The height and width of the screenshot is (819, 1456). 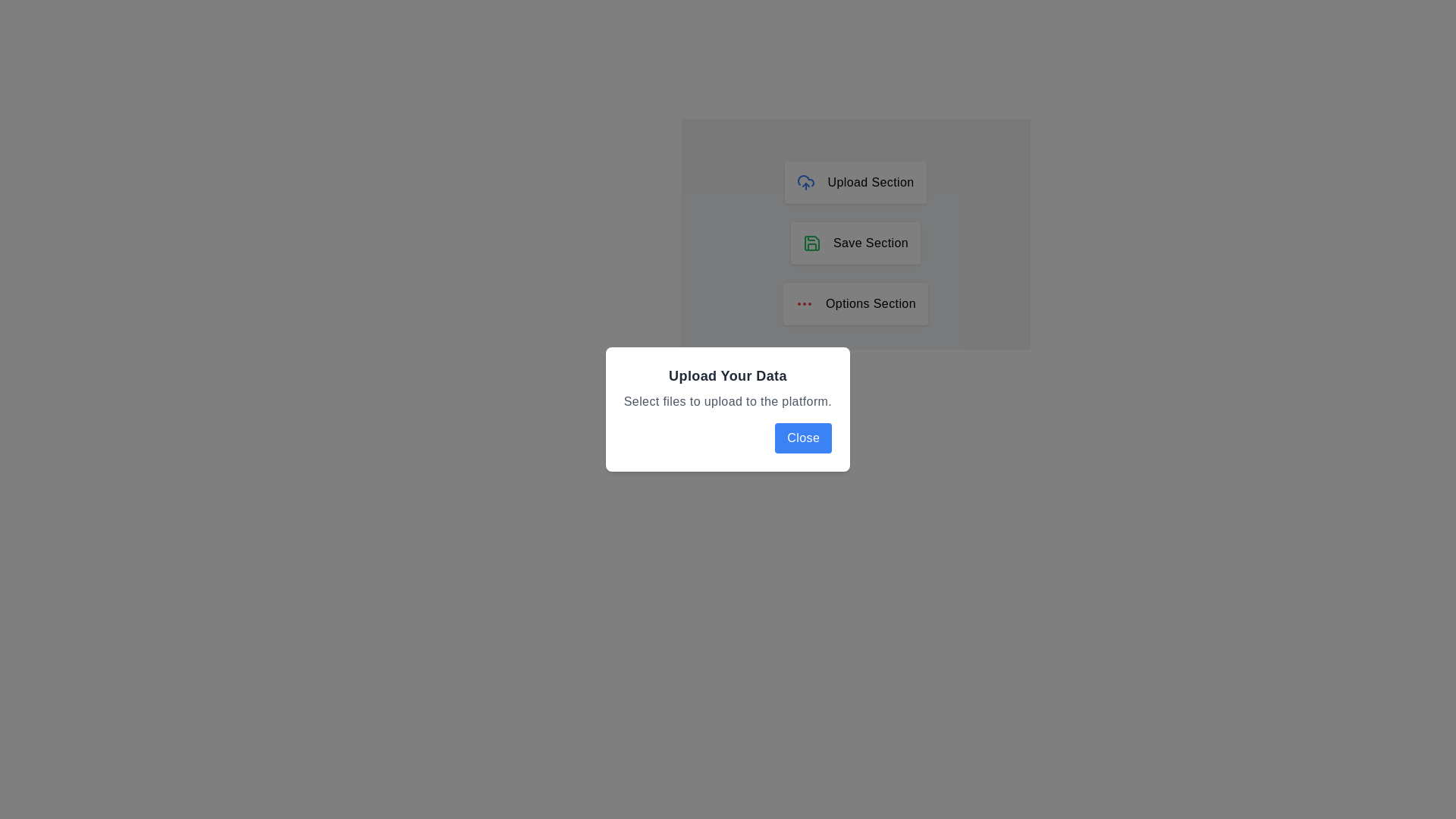 I want to click on the Text Label that serves as the title of the dialog box, positioned at the top-center of the white, rectangular dialog with rounded corners, so click(x=728, y=375).